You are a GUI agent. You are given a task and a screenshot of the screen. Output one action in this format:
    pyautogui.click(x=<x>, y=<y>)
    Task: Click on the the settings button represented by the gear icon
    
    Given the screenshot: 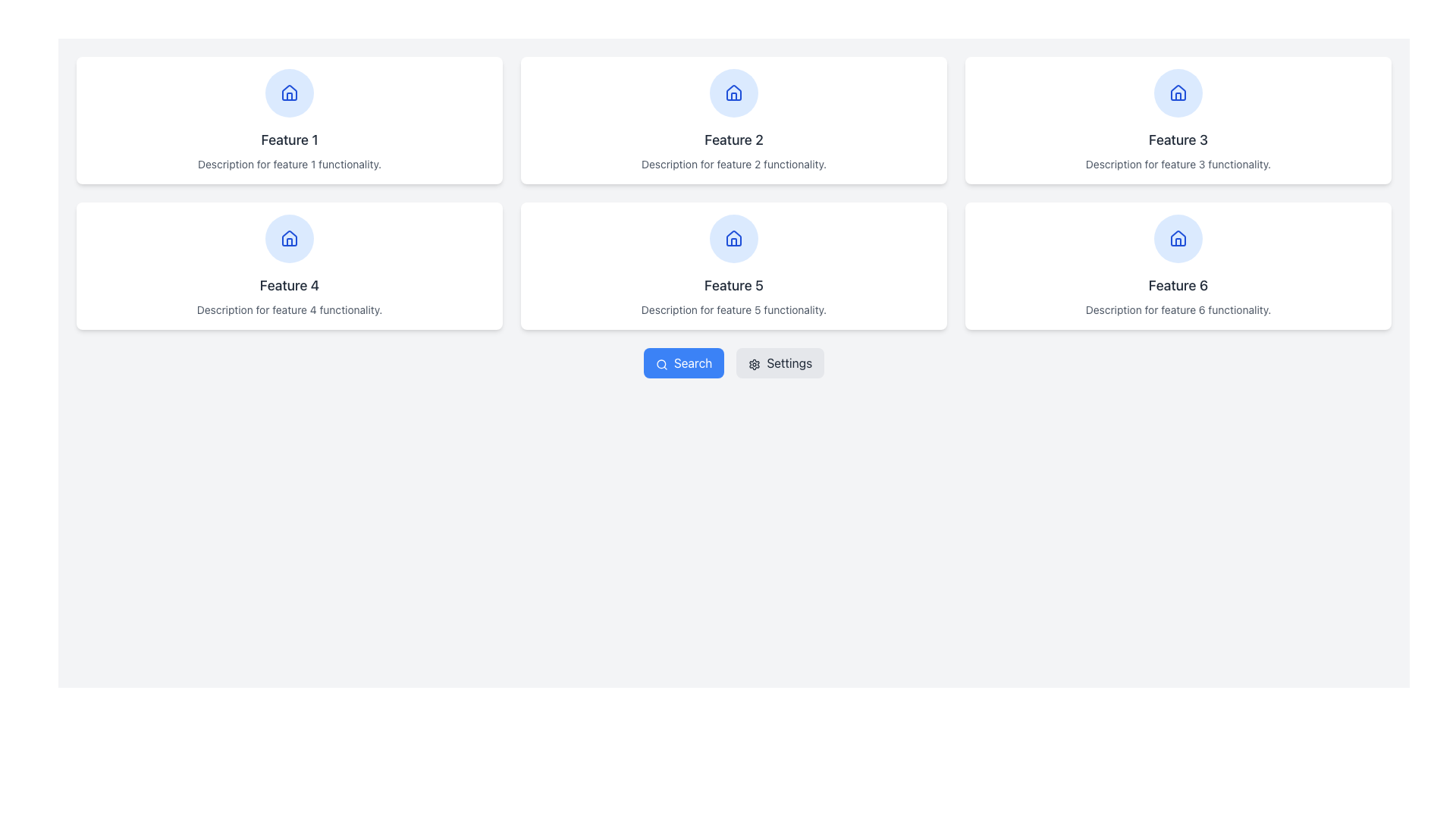 What is the action you would take?
    pyautogui.click(x=755, y=364)
    